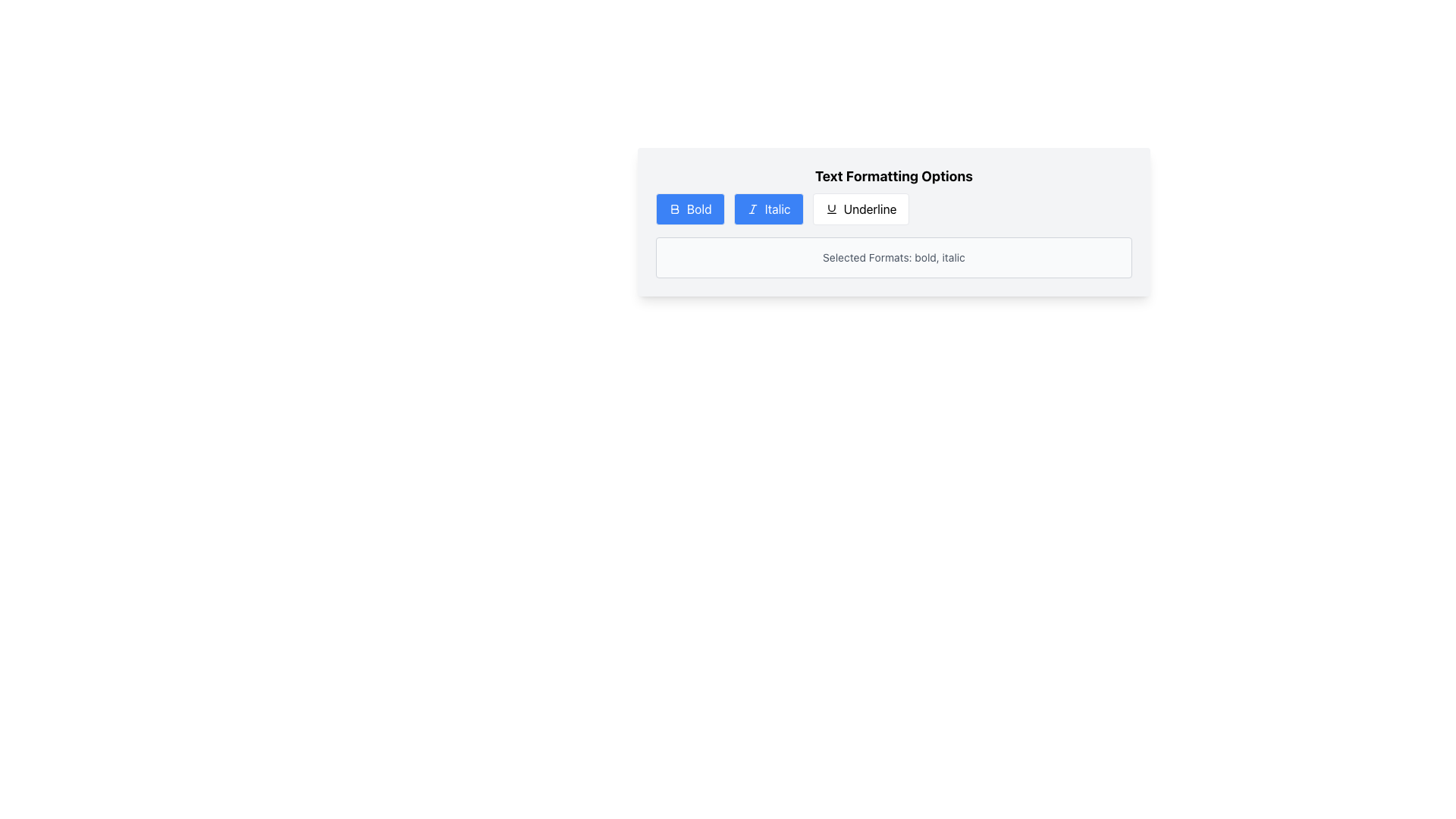 This screenshot has height=819, width=1456. What do you see at coordinates (894, 222) in the screenshot?
I see `the 'Underline' button in the text formatting toolbar` at bounding box center [894, 222].